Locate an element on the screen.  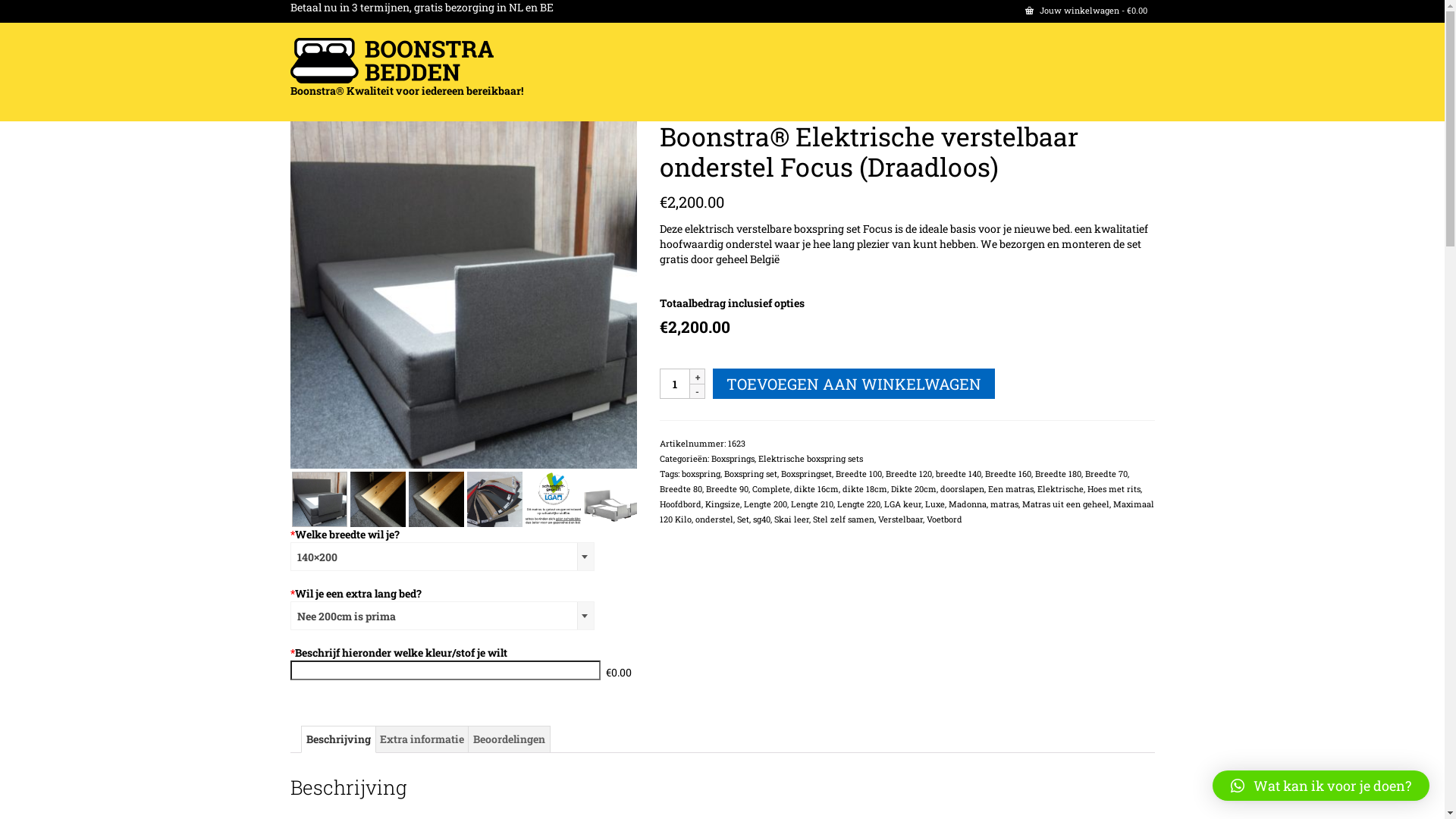
'Set' is located at coordinates (742, 518).